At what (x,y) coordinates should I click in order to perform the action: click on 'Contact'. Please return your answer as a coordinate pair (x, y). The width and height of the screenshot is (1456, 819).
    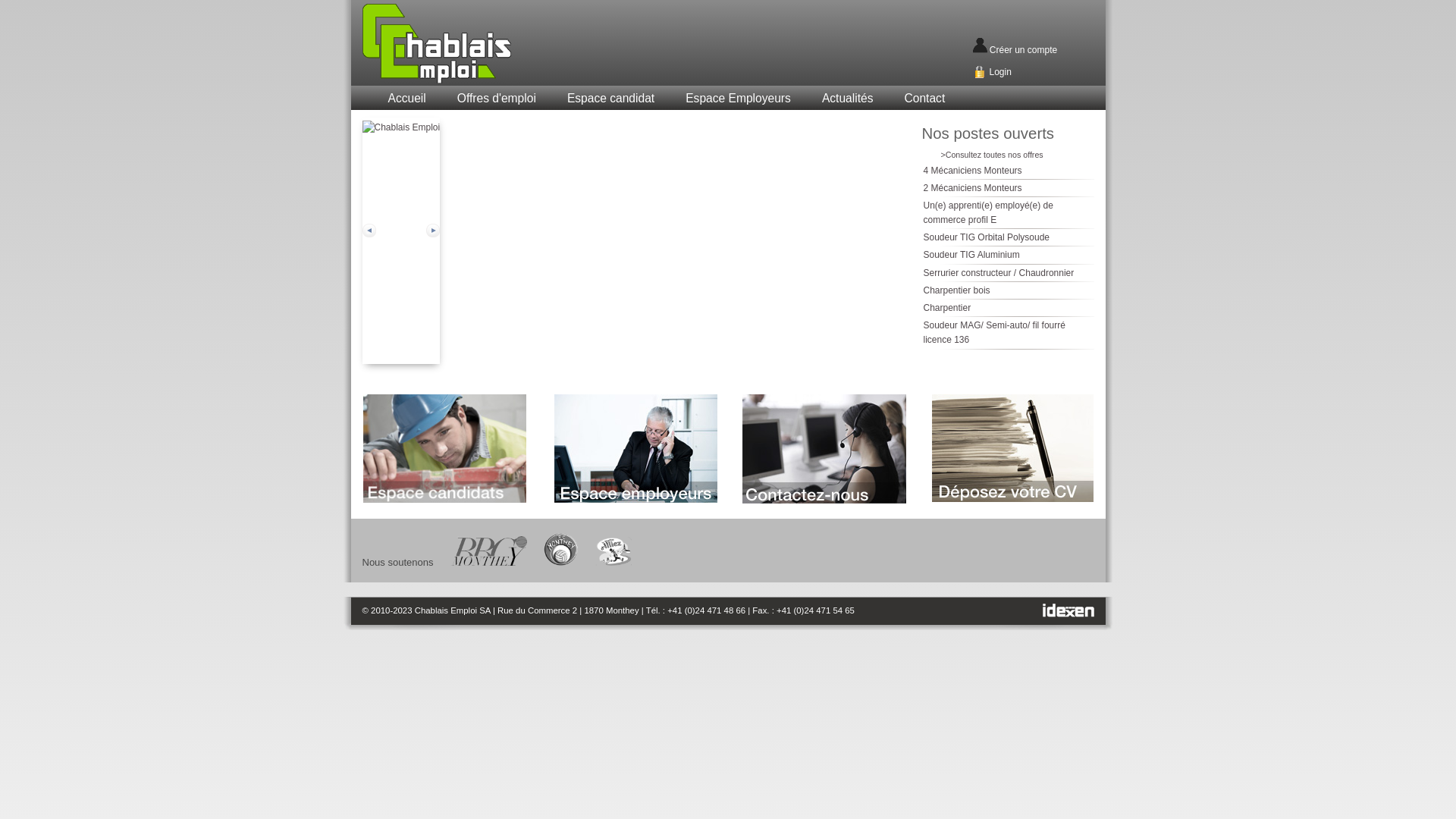
    Looking at the image, I should click on (924, 99).